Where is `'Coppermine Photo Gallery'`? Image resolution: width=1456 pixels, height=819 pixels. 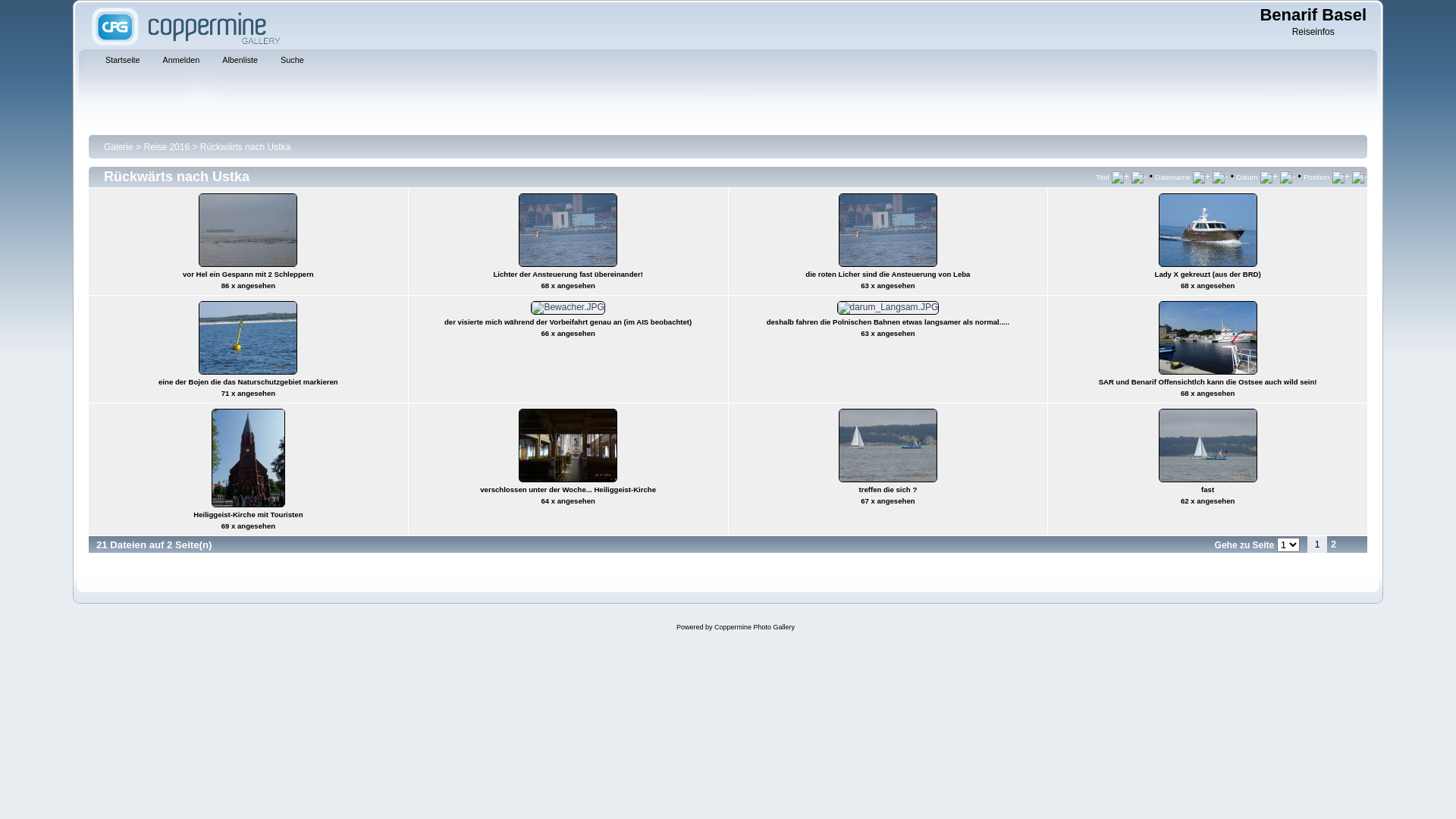
'Coppermine Photo Gallery' is located at coordinates (754, 626).